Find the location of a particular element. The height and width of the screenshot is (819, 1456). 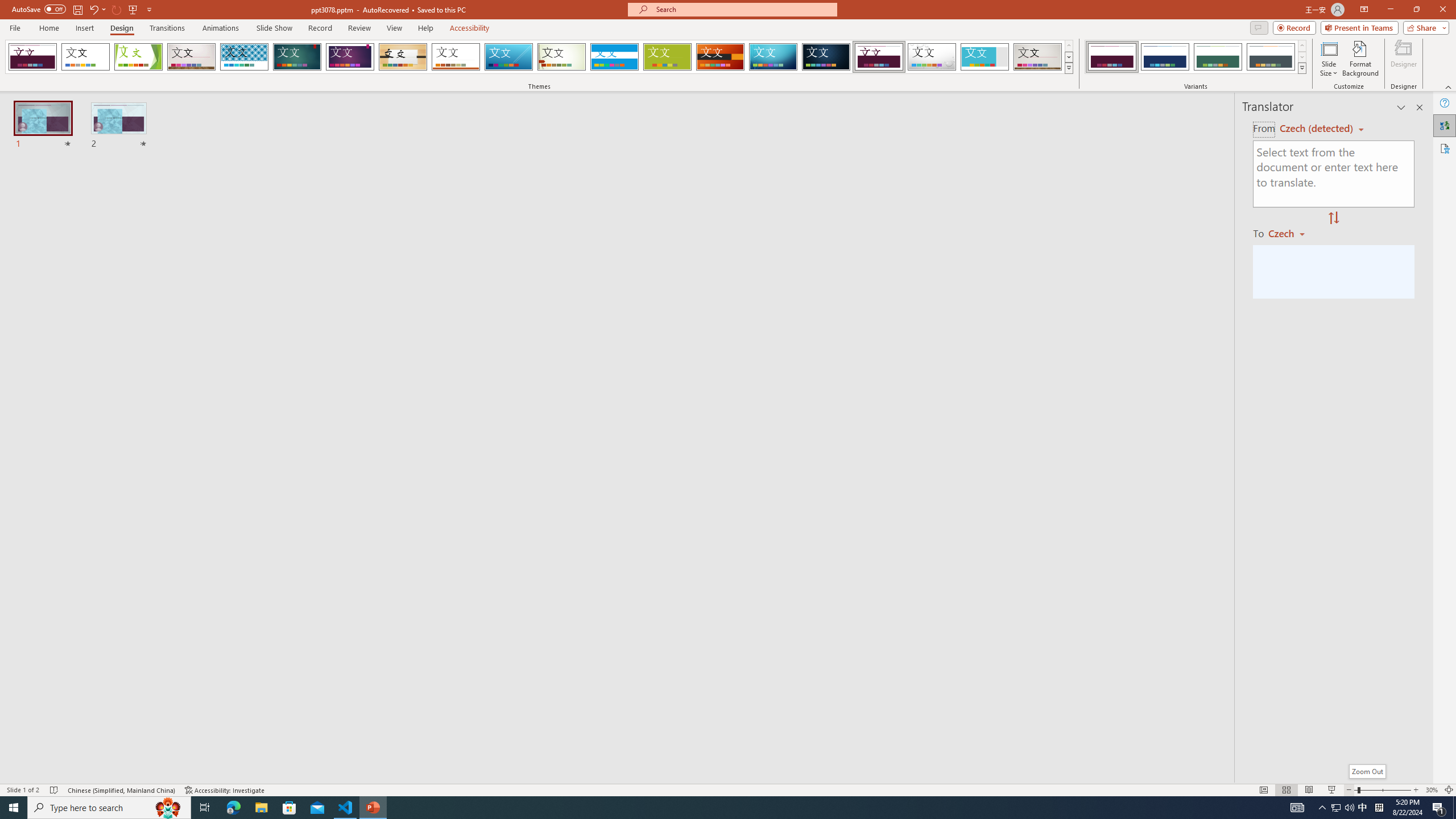

'Circuit' is located at coordinates (772, 56).